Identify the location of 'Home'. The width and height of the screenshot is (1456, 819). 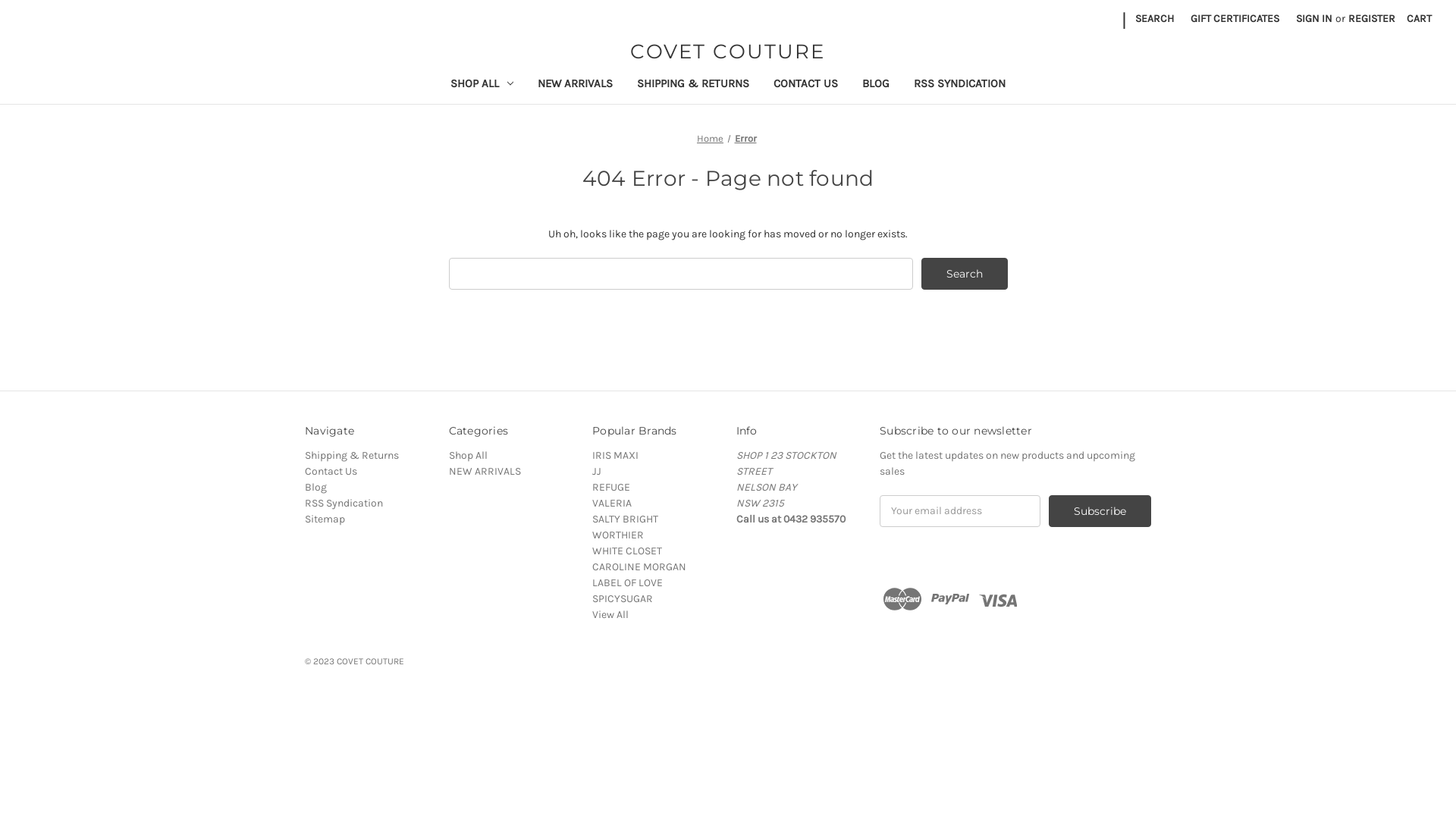
(709, 138).